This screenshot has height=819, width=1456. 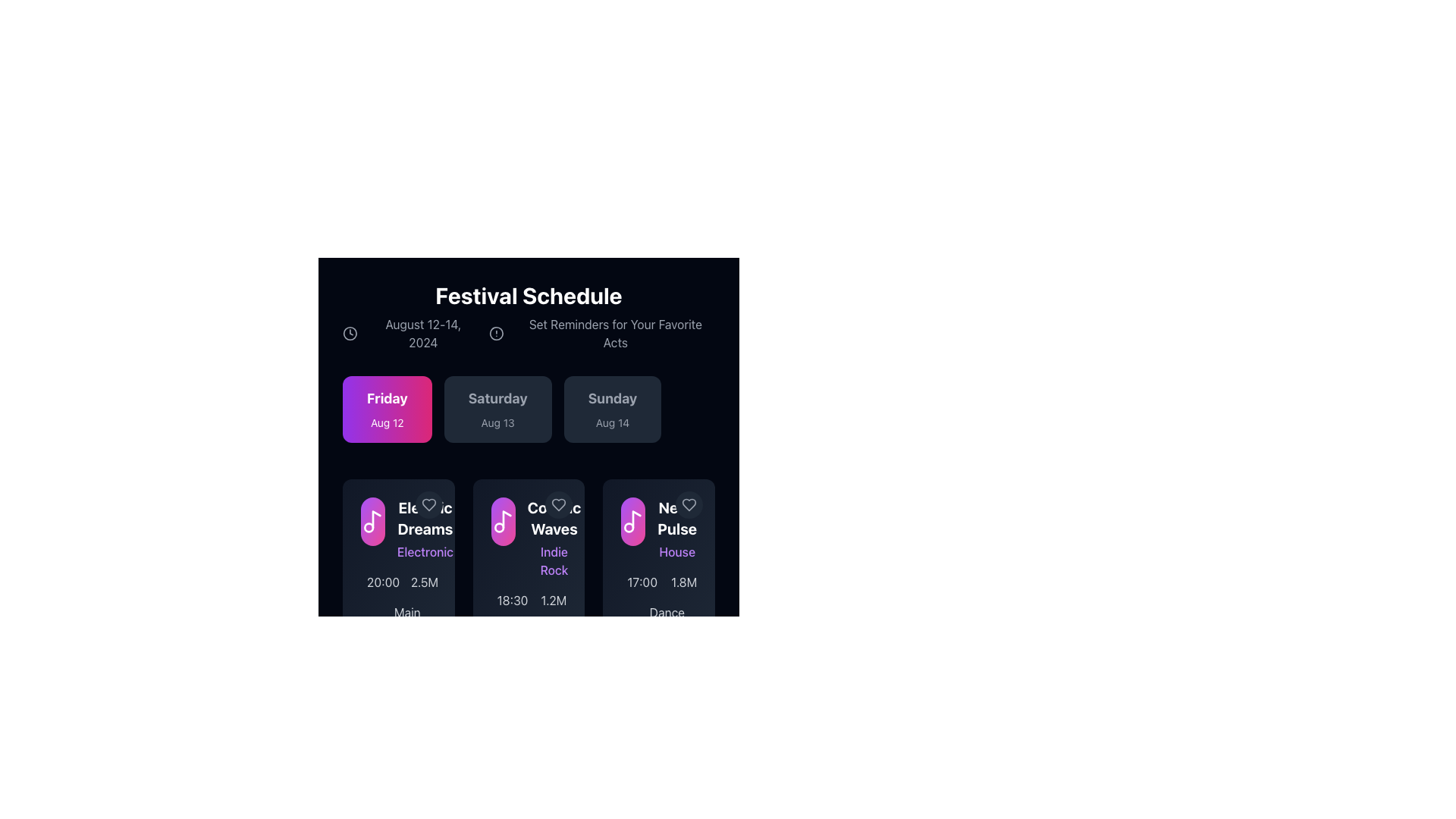 What do you see at coordinates (428, 505) in the screenshot?
I see `the 'like' button with an icon located` at bounding box center [428, 505].